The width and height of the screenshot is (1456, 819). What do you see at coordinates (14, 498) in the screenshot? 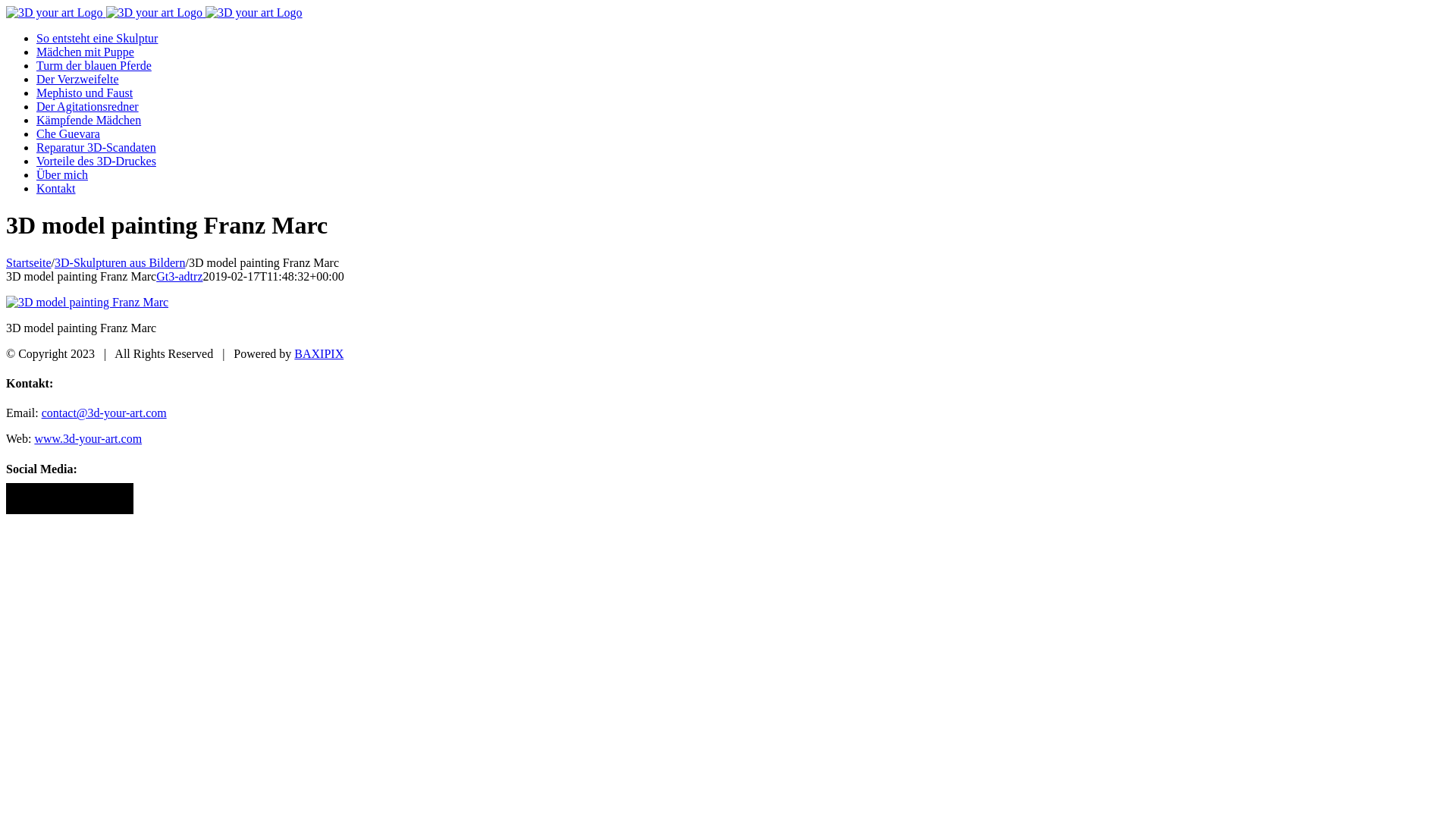
I see `'Facebook'` at bounding box center [14, 498].